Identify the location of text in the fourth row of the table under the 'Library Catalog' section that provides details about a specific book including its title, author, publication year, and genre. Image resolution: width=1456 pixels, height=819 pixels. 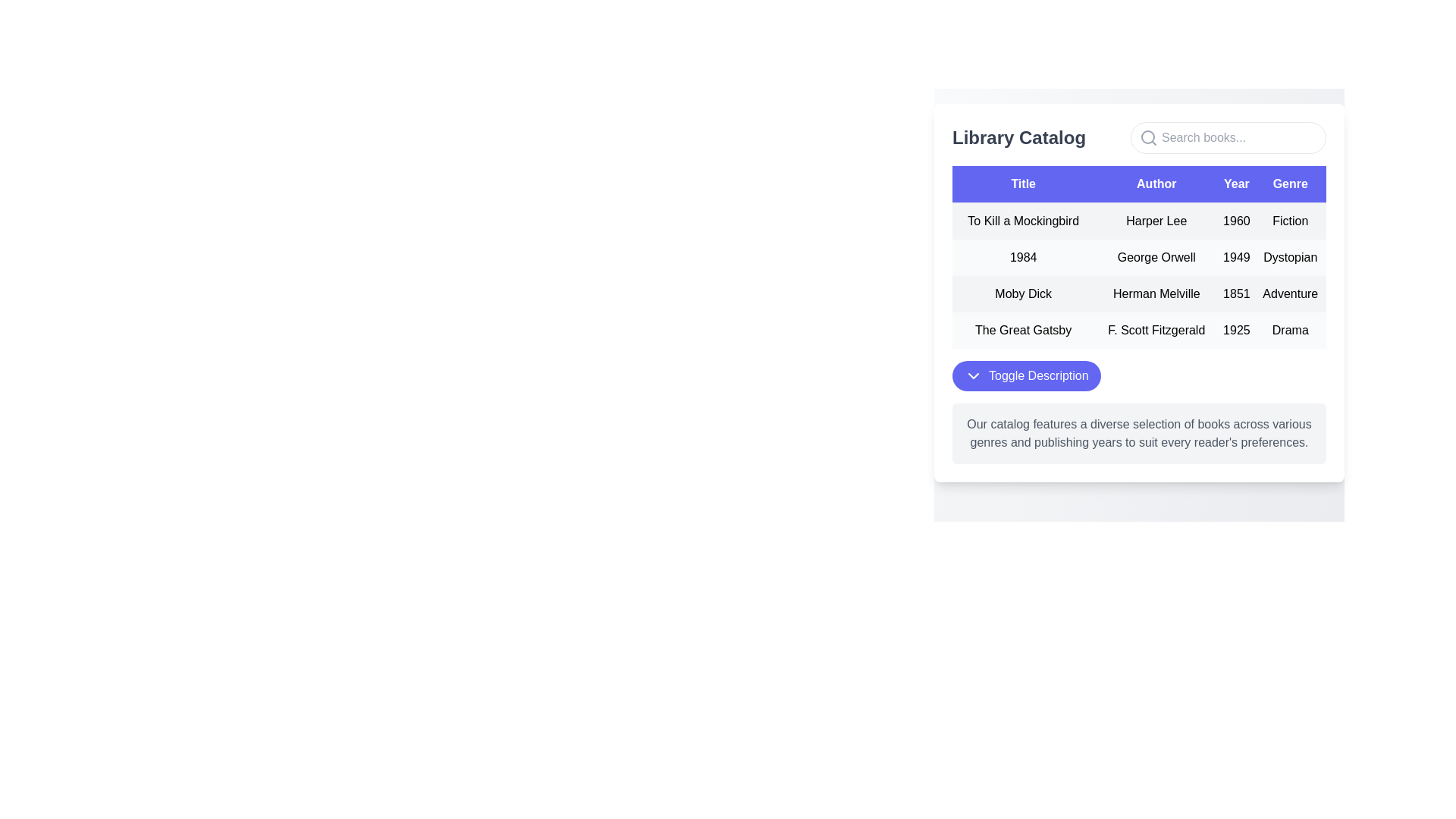
(1139, 329).